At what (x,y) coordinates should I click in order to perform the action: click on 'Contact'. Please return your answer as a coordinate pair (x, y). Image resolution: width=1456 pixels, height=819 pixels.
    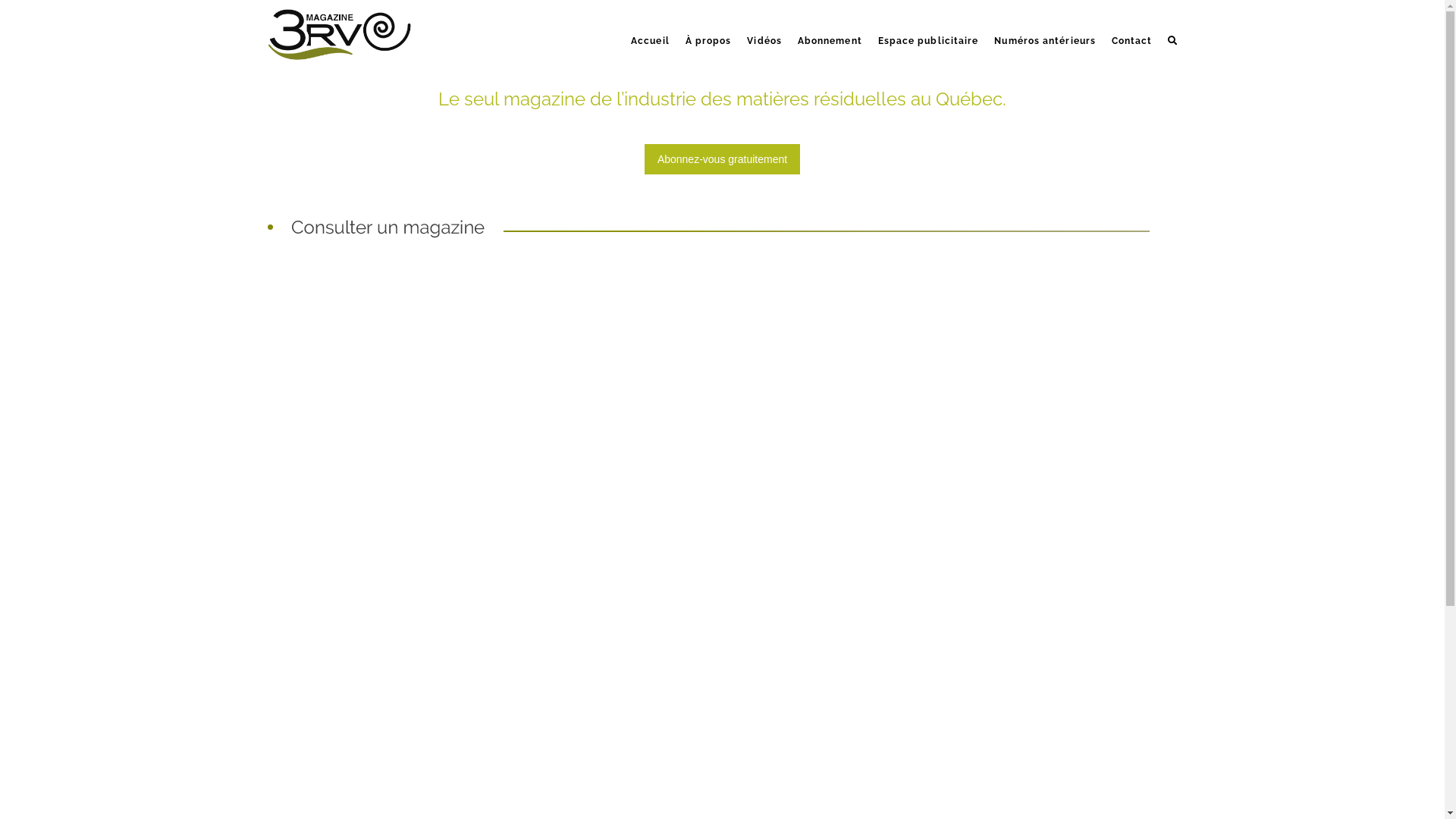
    Looking at the image, I should click on (1103, 26).